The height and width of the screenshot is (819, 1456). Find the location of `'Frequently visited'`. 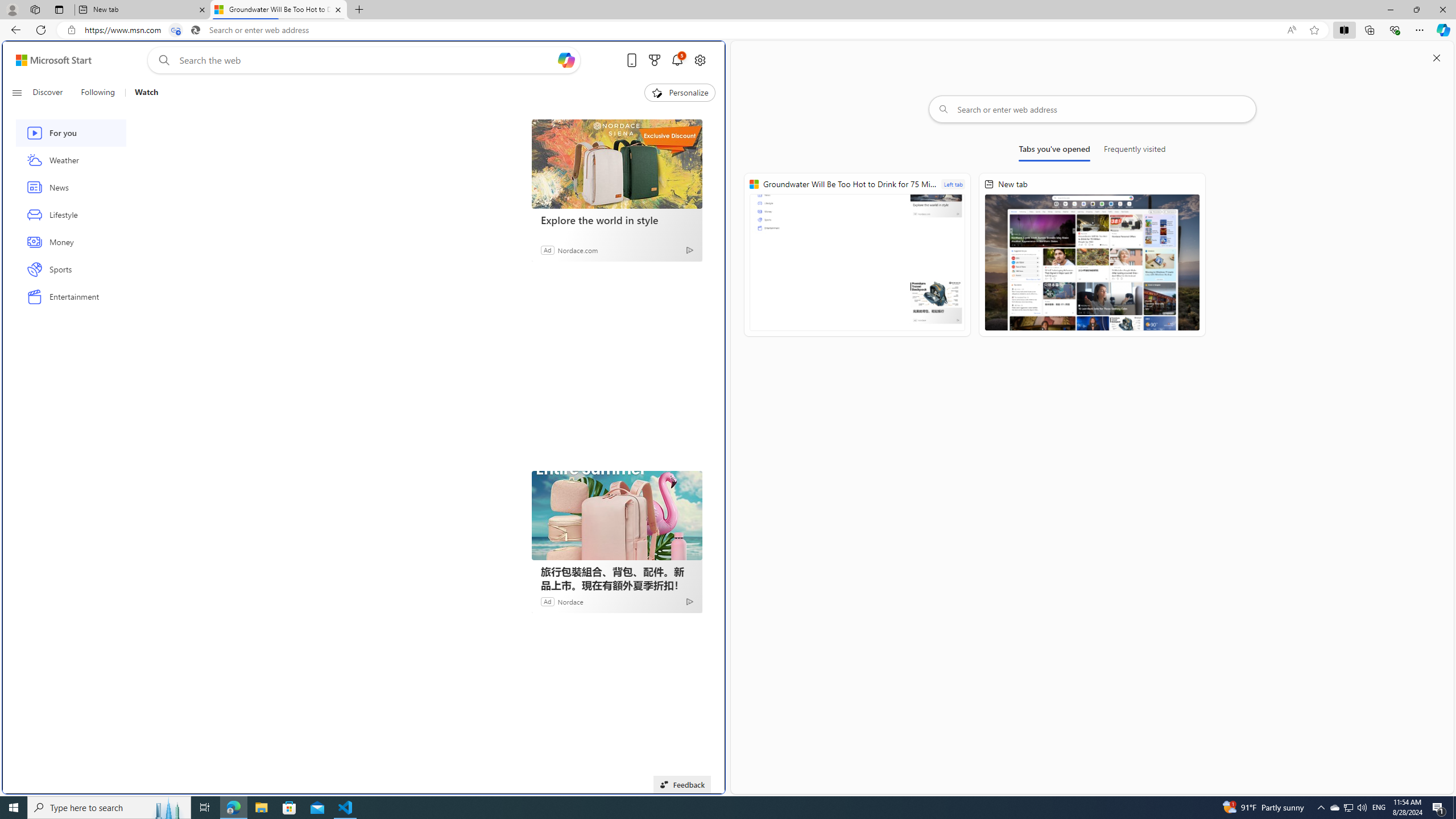

'Frequently visited' is located at coordinates (1134, 151).